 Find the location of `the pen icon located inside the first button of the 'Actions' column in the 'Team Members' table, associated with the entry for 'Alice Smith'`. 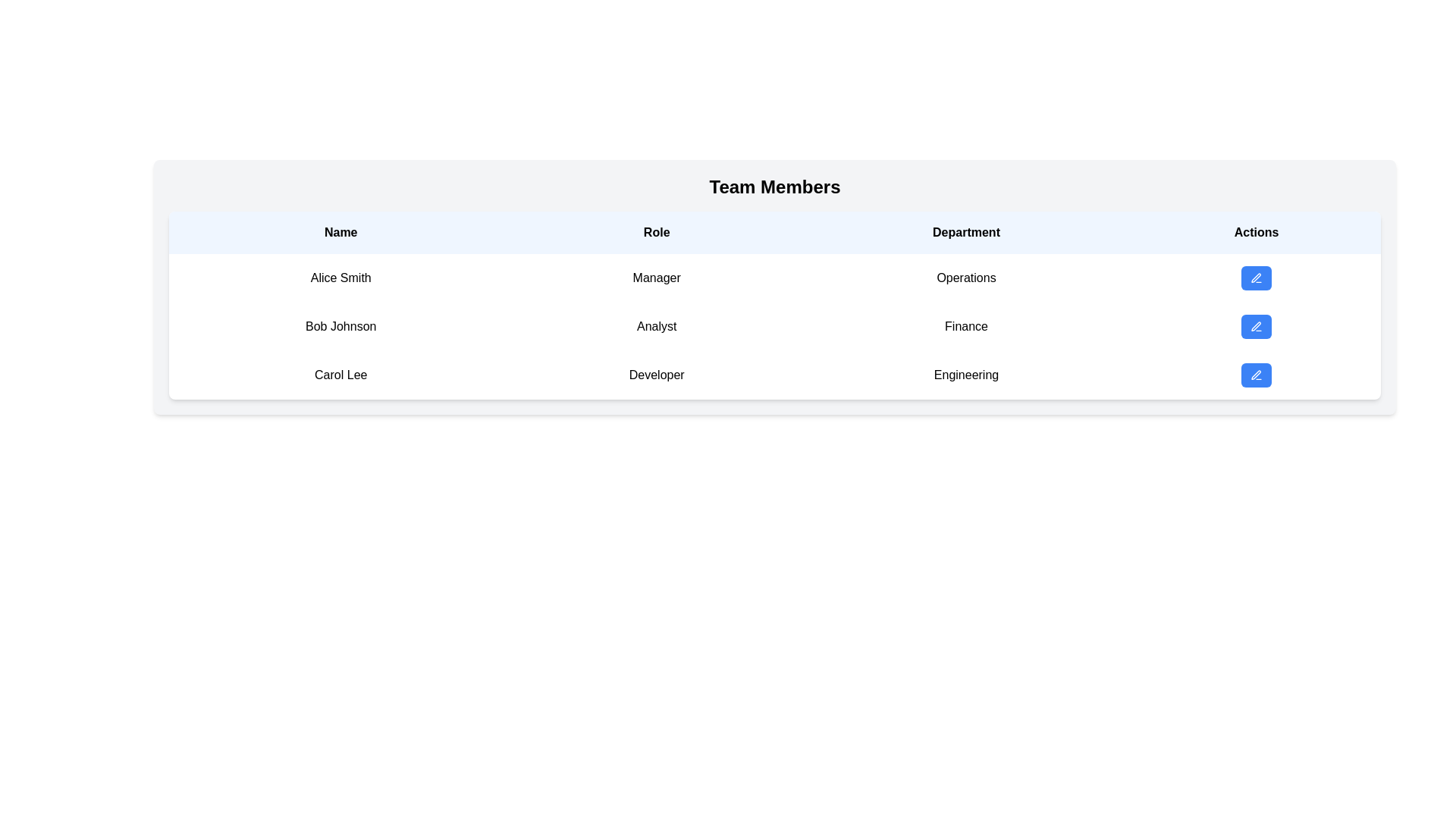

the pen icon located inside the first button of the 'Actions' column in the 'Team Members' table, associated with the entry for 'Alice Smith' is located at coordinates (1256, 278).